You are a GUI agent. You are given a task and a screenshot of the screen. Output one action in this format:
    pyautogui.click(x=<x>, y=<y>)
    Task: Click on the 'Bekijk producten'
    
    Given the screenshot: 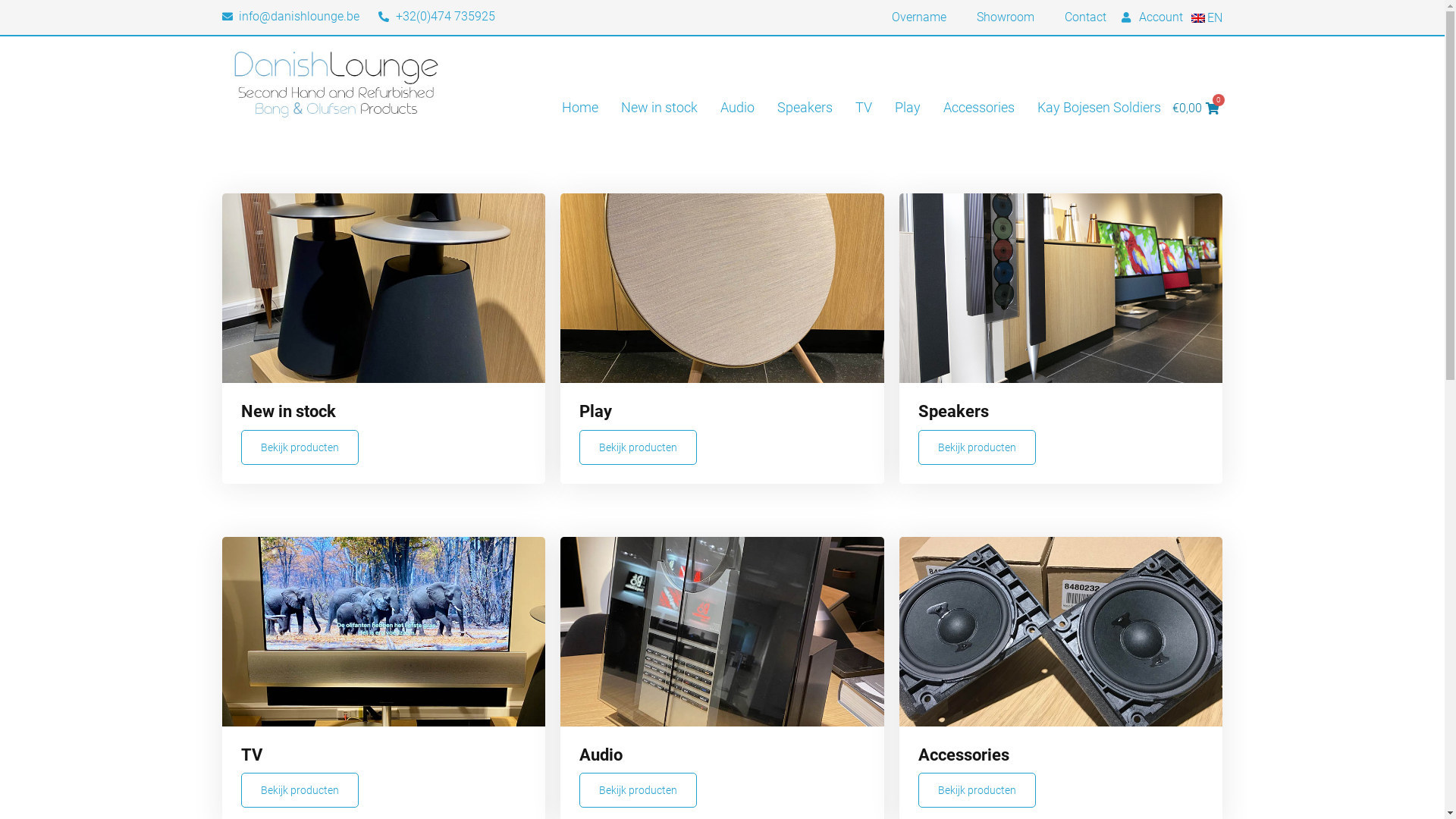 What is the action you would take?
    pyautogui.click(x=638, y=789)
    